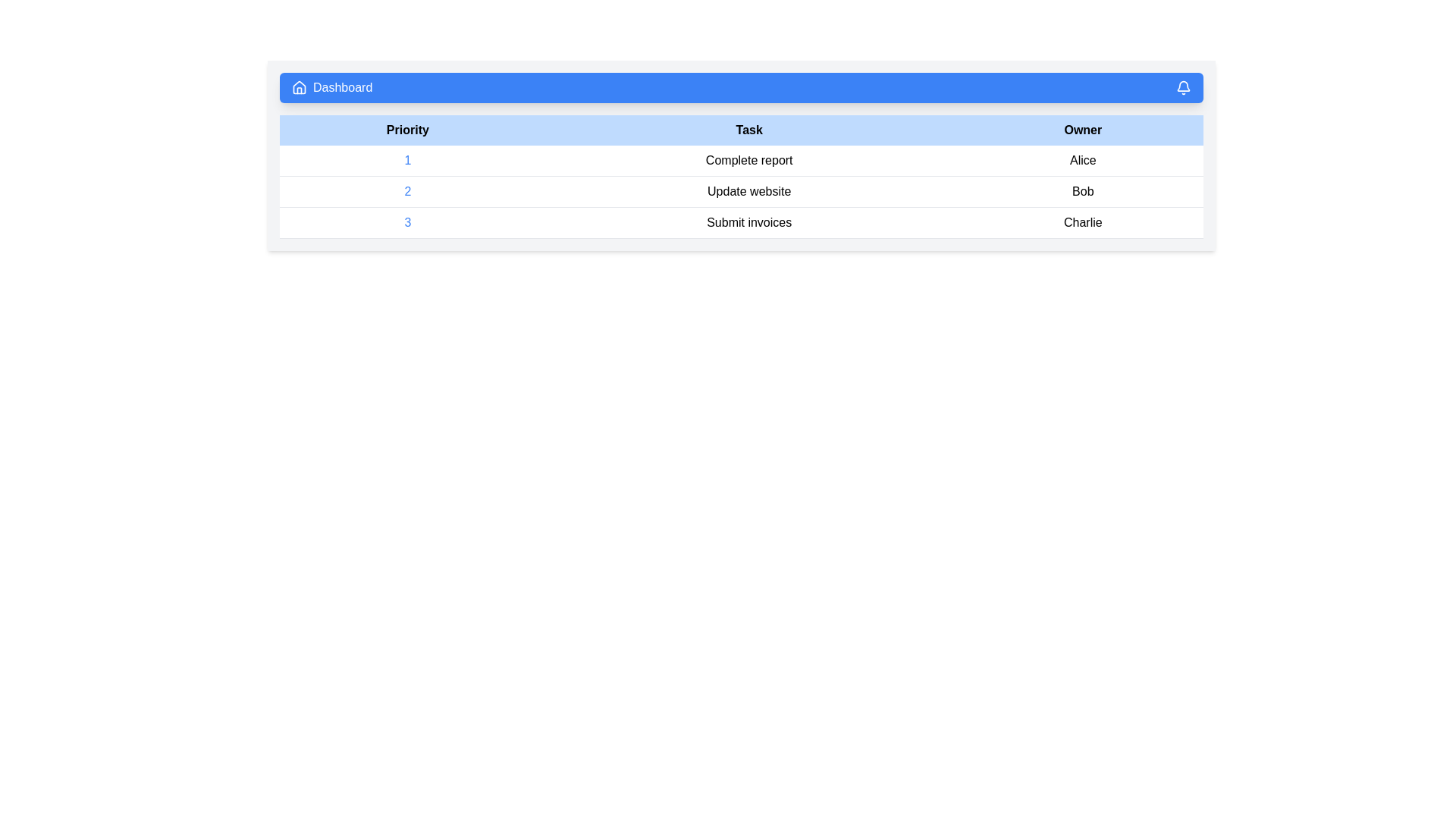  What do you see at coordinates (407, 191) in the screenshot?
I see `the numeral '2' styled with blue text color located in the second row under the 'Priority' column of the table` at bounding box center [407, 191].